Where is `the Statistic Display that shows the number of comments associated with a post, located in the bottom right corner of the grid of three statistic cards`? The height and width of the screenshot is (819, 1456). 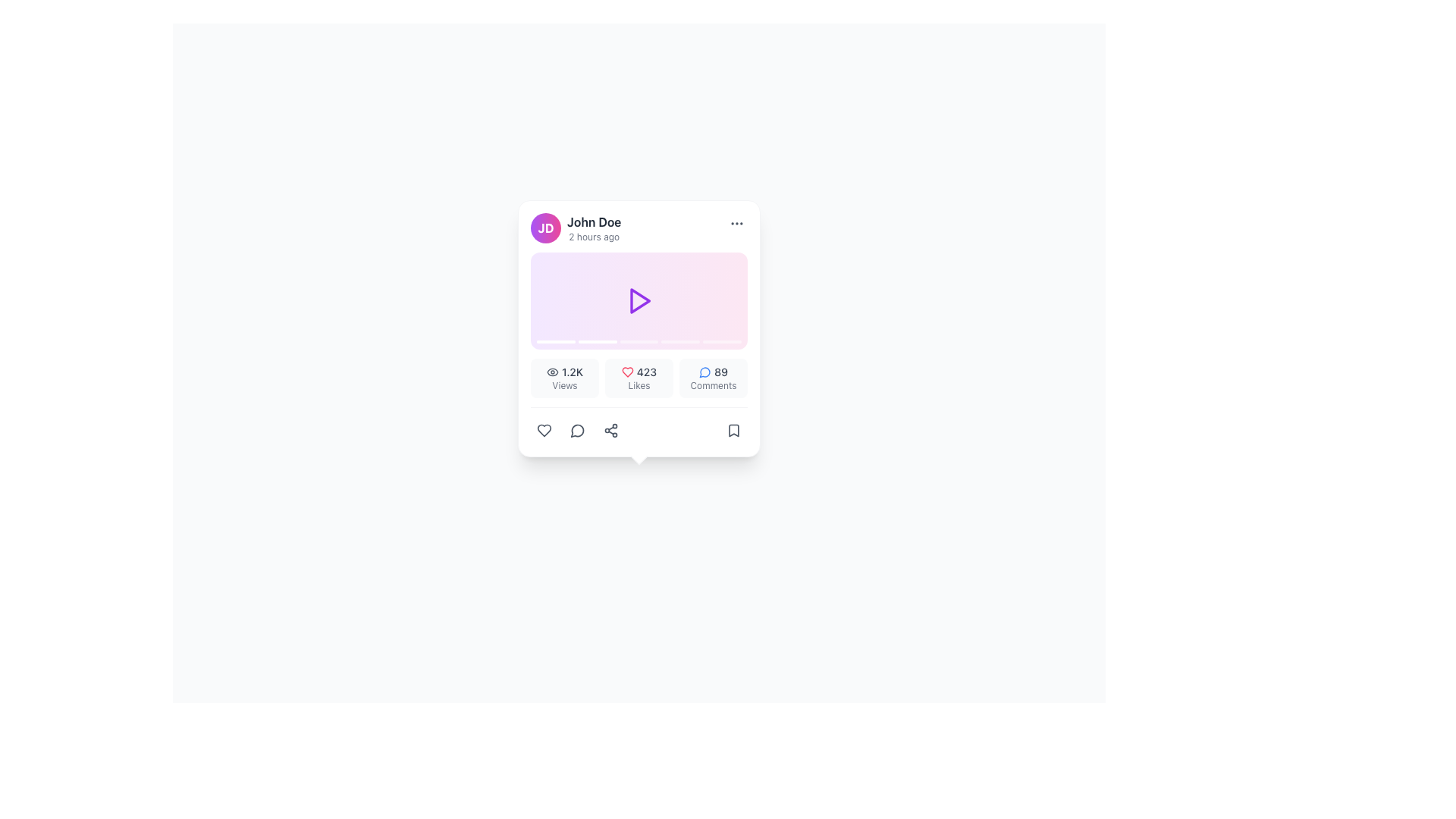 the Statistic Display that shows the number of comments associated with a post, located in the bottom right corner of the grid of three statistic cards is located at coordinates (712, 377).